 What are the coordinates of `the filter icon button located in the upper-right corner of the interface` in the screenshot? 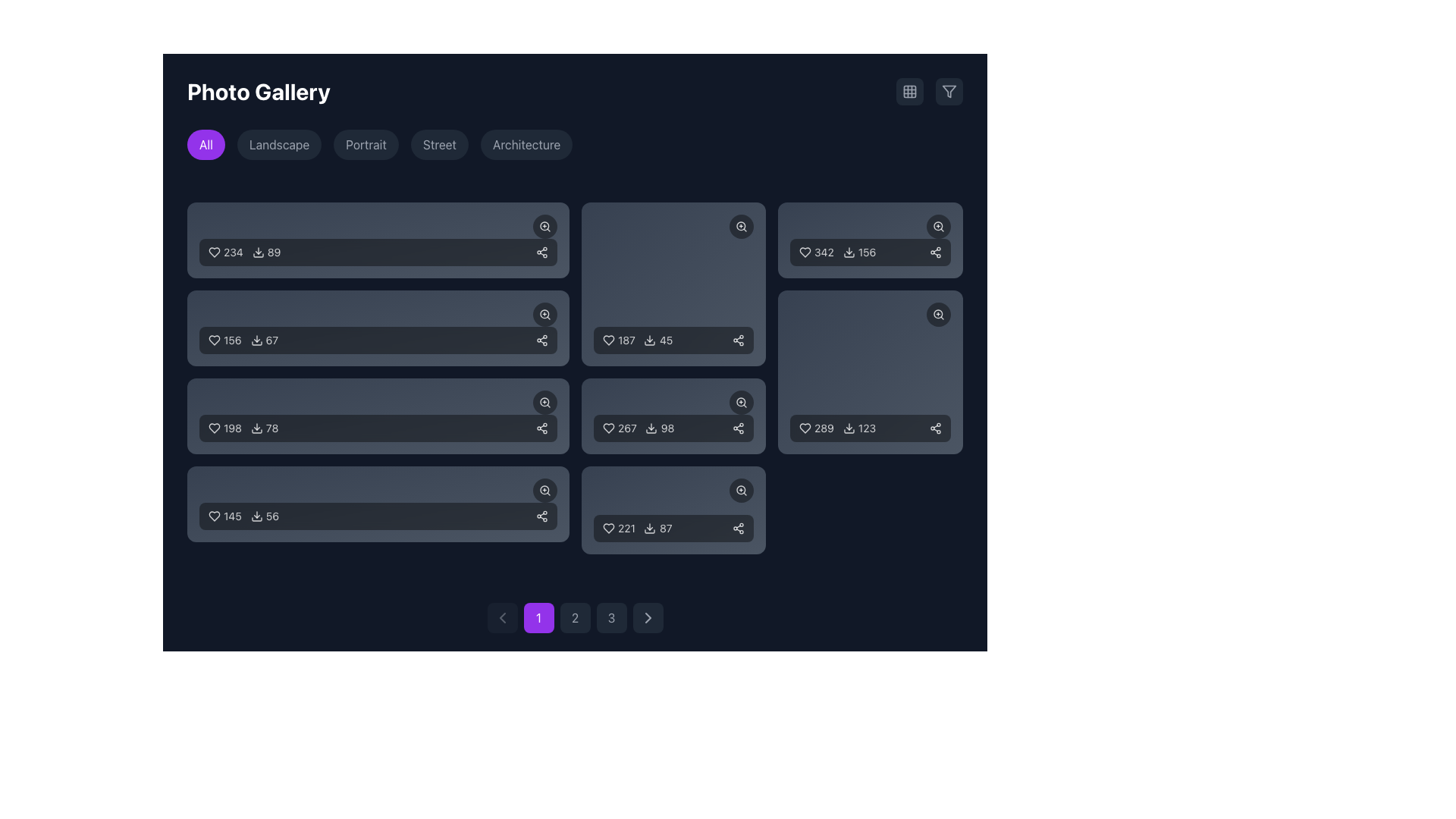 It's located at (949, 91).